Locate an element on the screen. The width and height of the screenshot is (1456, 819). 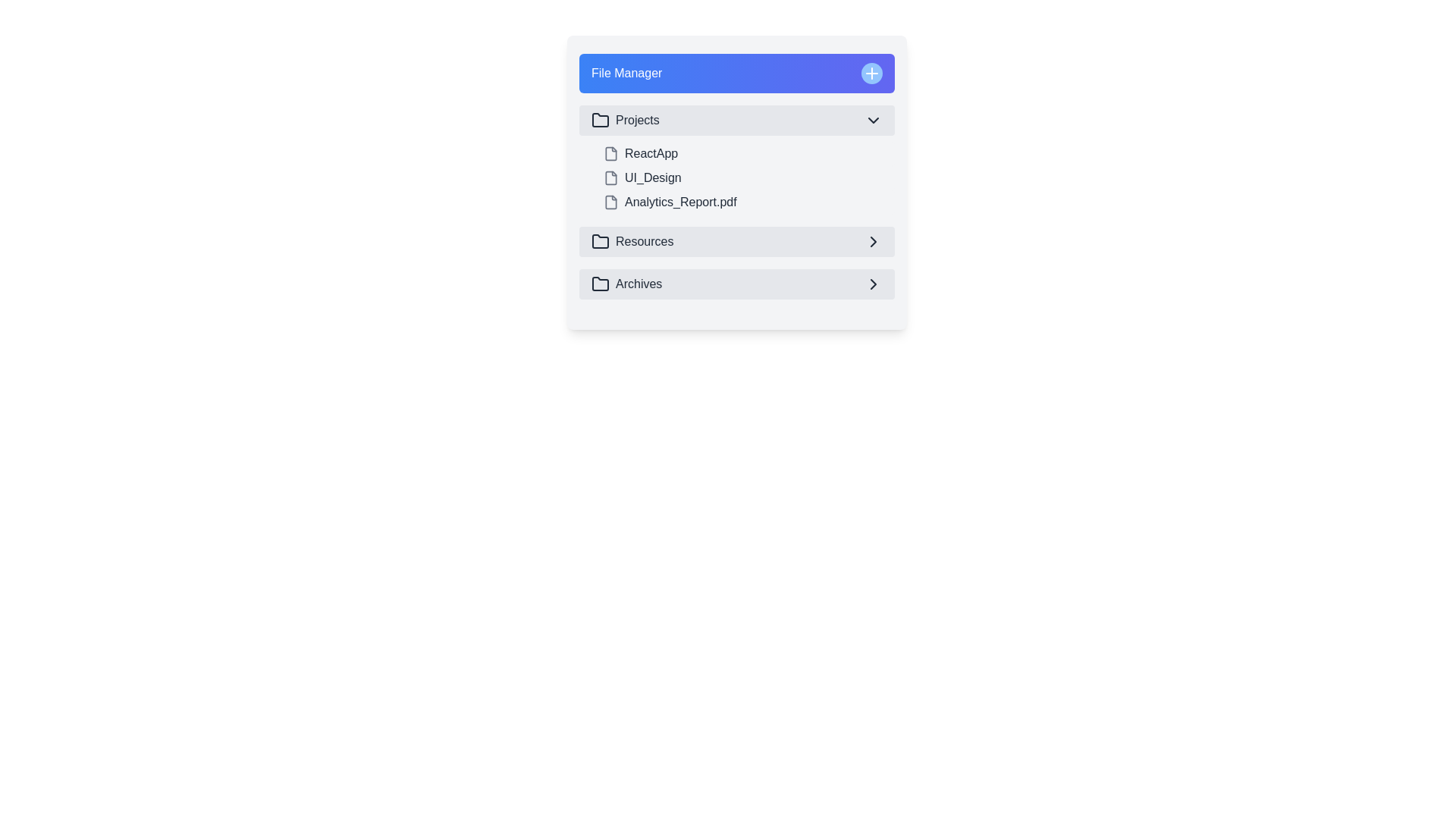
the small 'plus' icon located in the top-right corner of the blue header section labeled 'File Manager' is located at coordinates (872, 73).